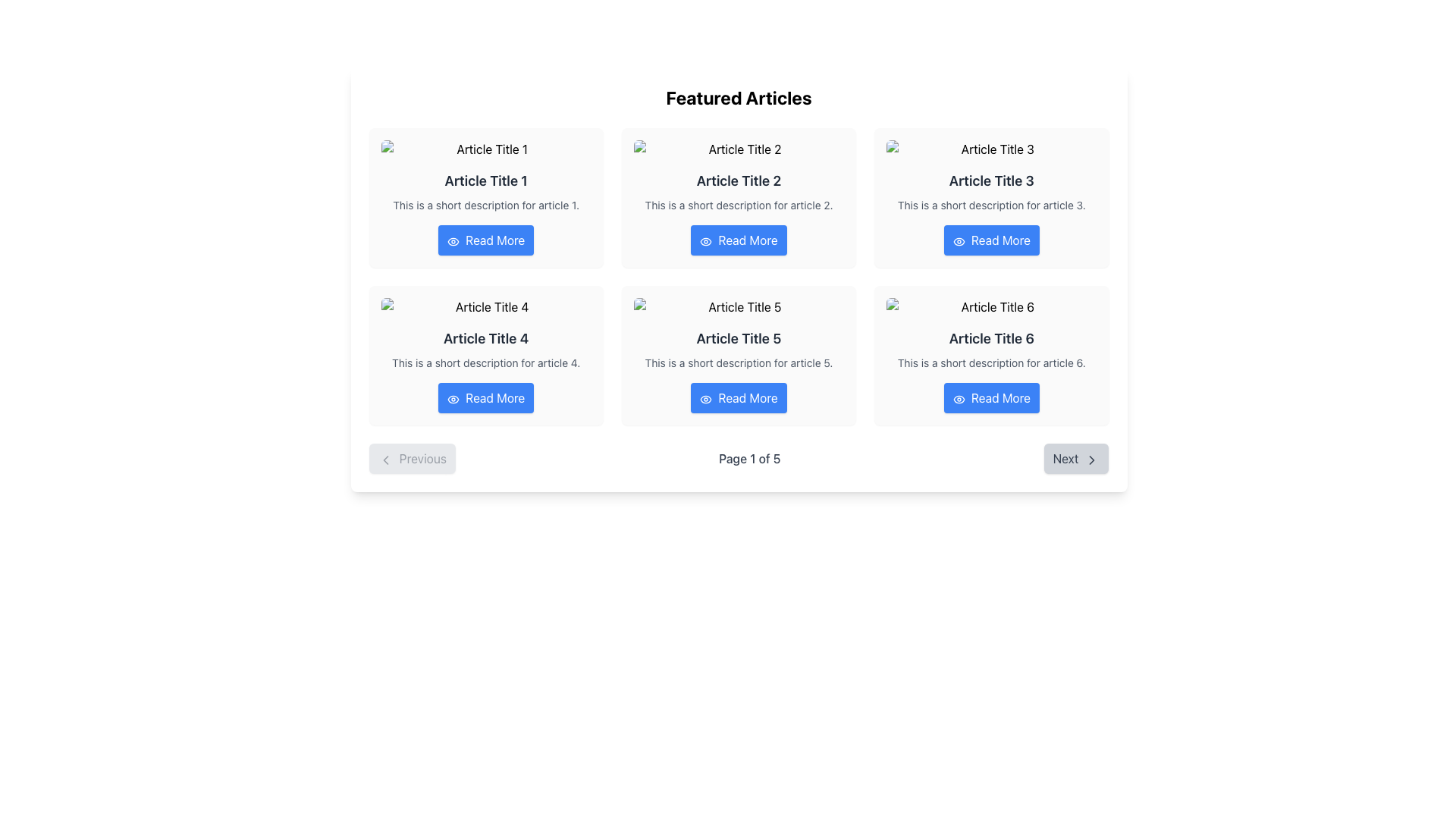 The height and width of the screenshot is (819, 1456). Describe the element at coordinates (739, 180) in the screenshot. I see `the bold text label displaying 'Article Title 2' that is positioned above a description and a button within the card layout` at that location.